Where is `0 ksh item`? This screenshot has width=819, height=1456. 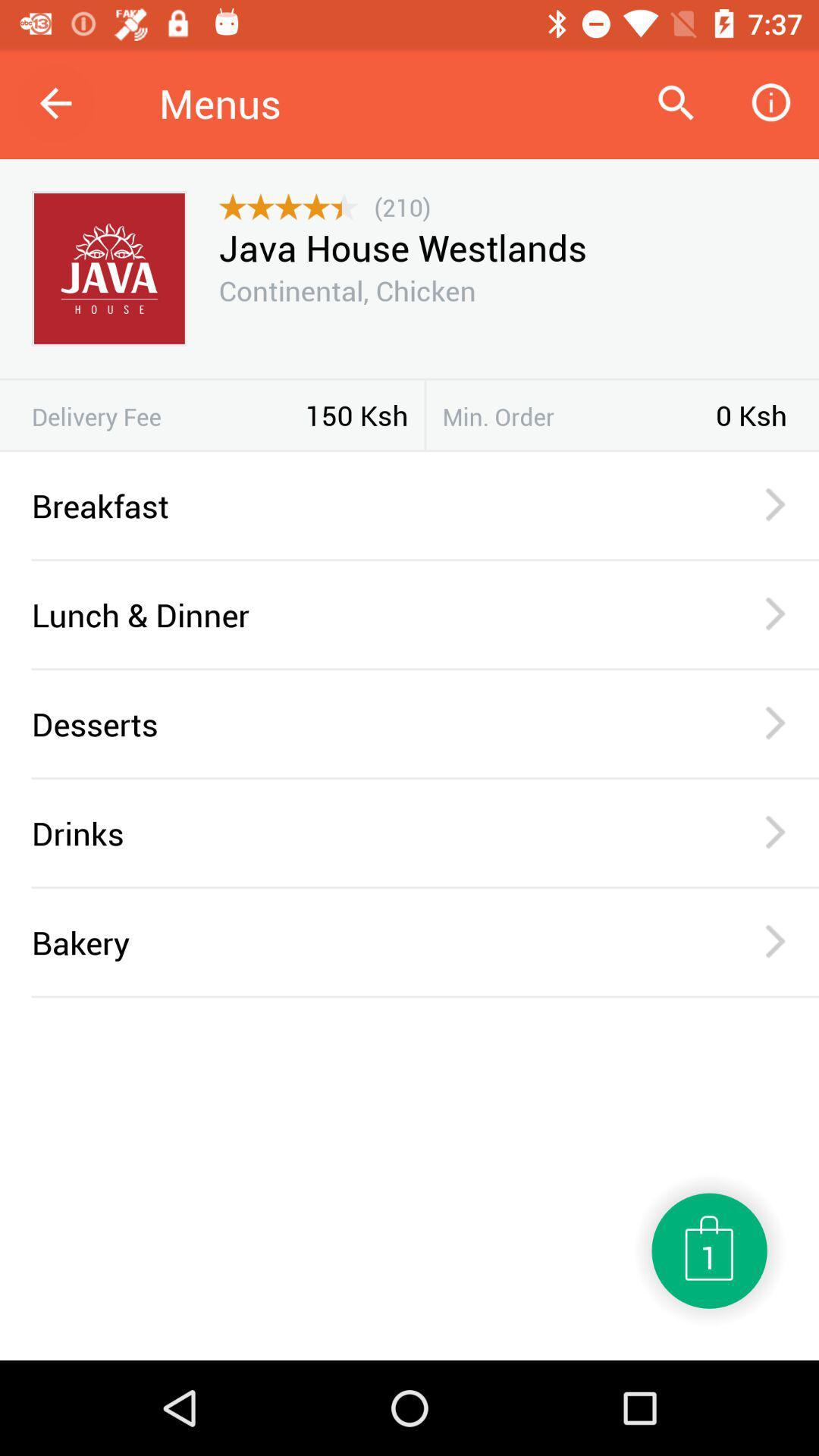
0 ksh item is located at coordinates (752, 415).